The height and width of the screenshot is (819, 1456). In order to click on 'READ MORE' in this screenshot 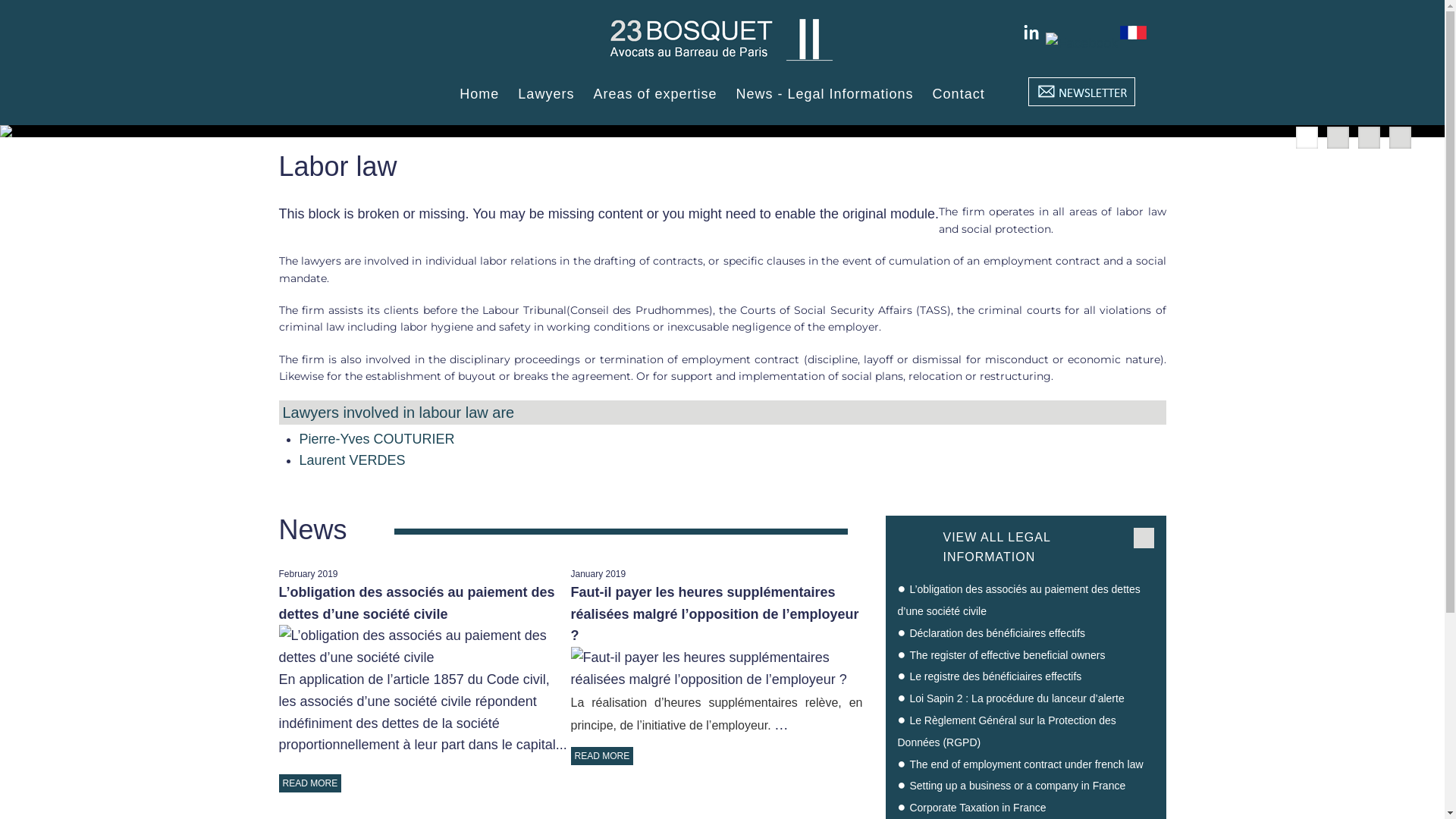, I will do `click(309, 783)`.